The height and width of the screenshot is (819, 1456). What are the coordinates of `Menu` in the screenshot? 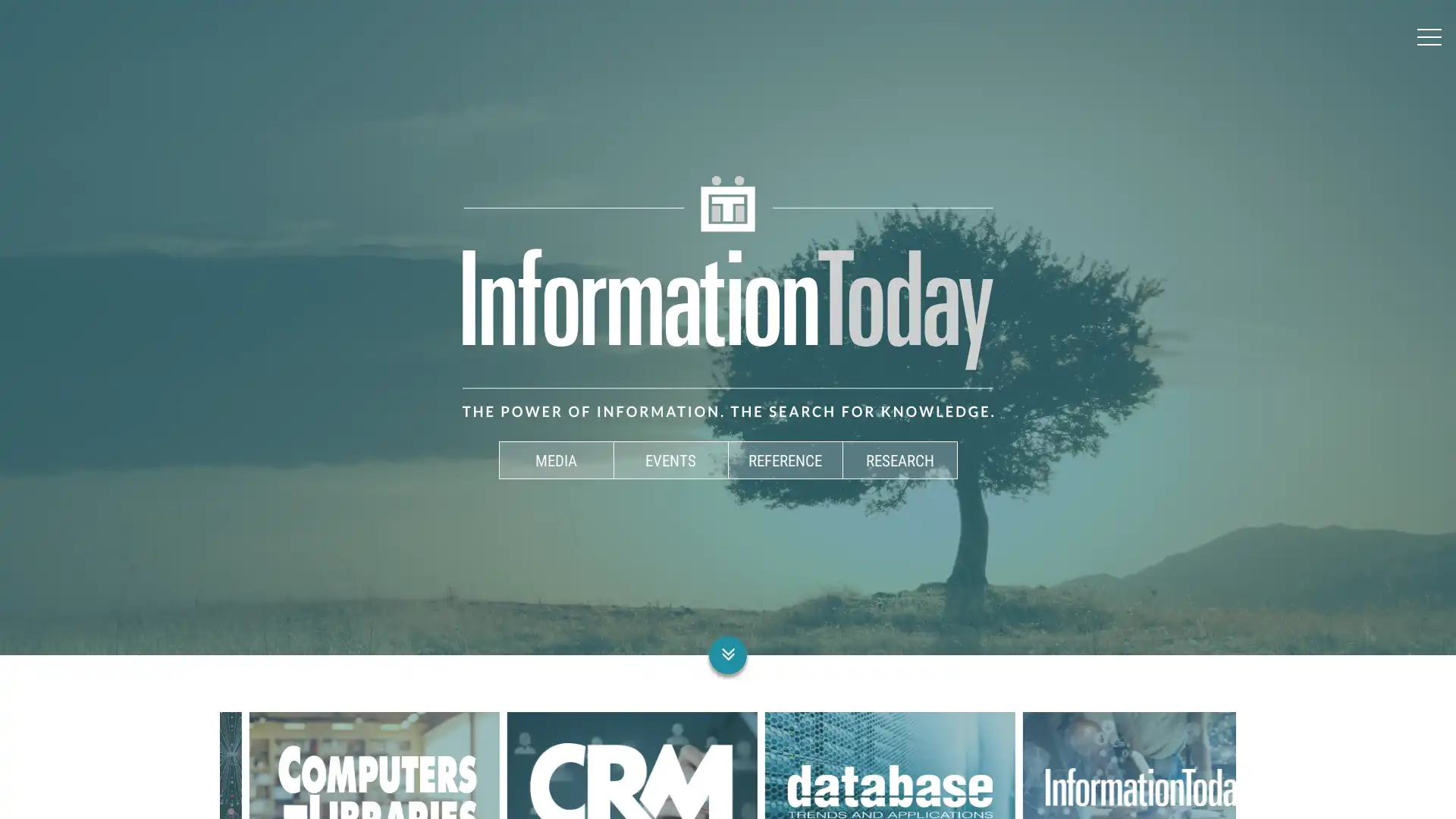 It's located at (1429, 37).